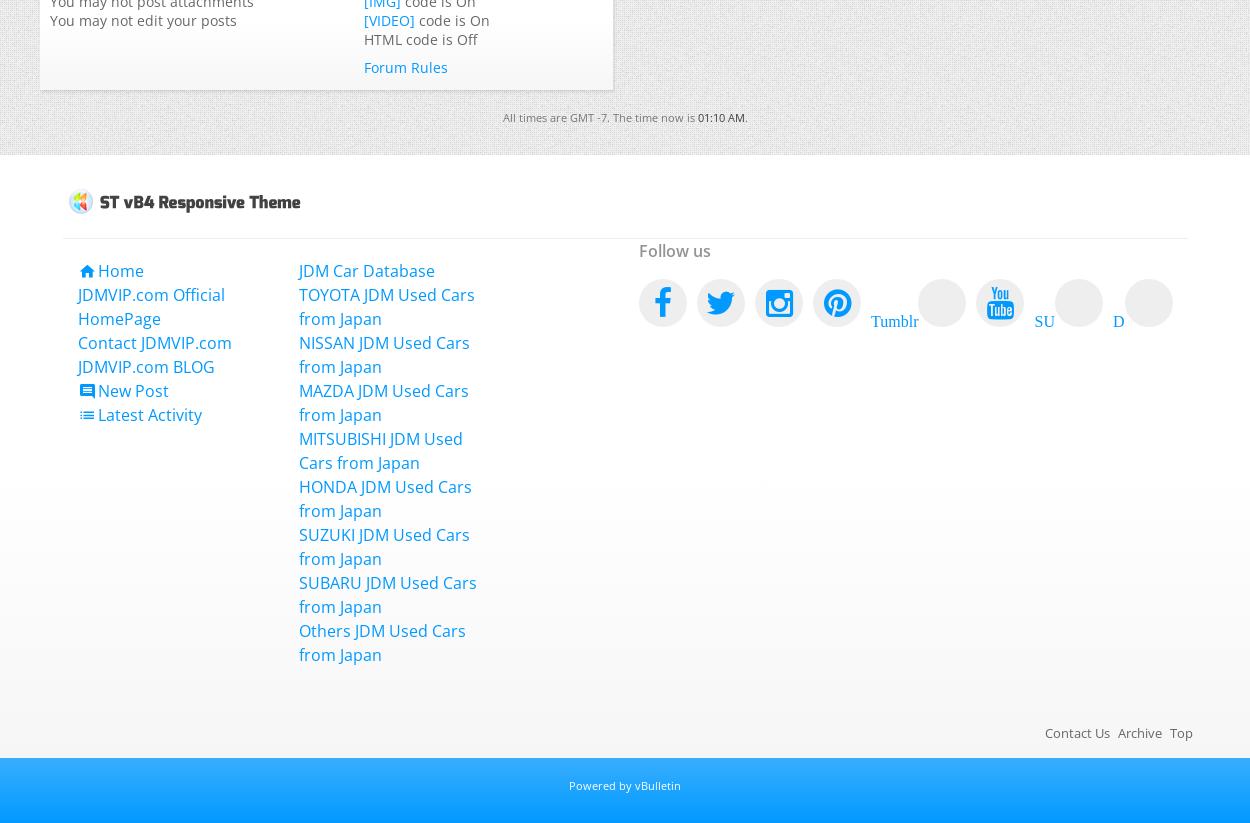 The height and width of the screenshot is (823, 1250). What do you see at coordinates (133, 19) in the screenshot?
I see `'edit your posts'` at bounding box center [133, 19].